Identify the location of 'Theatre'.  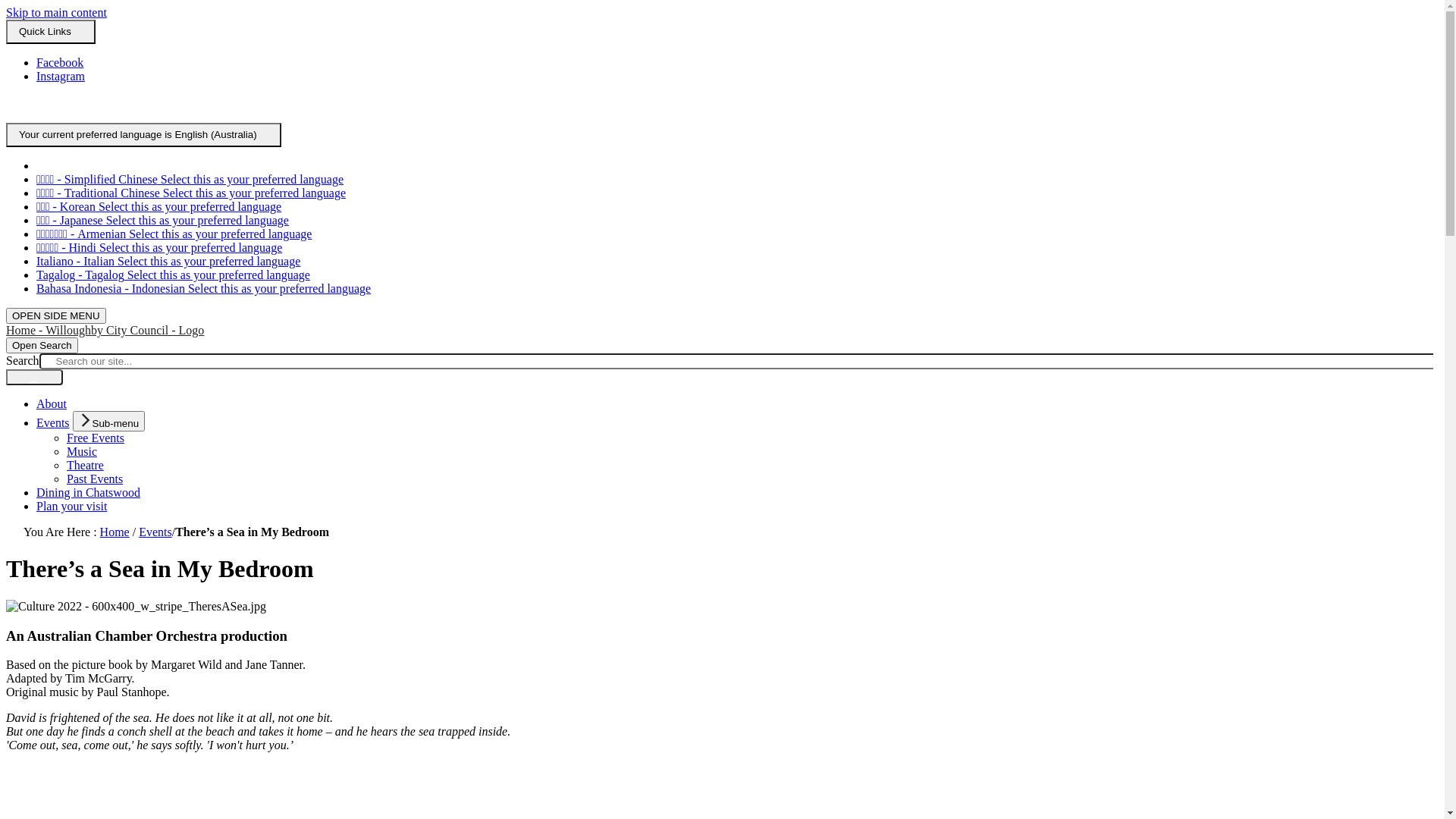
(84, 464).